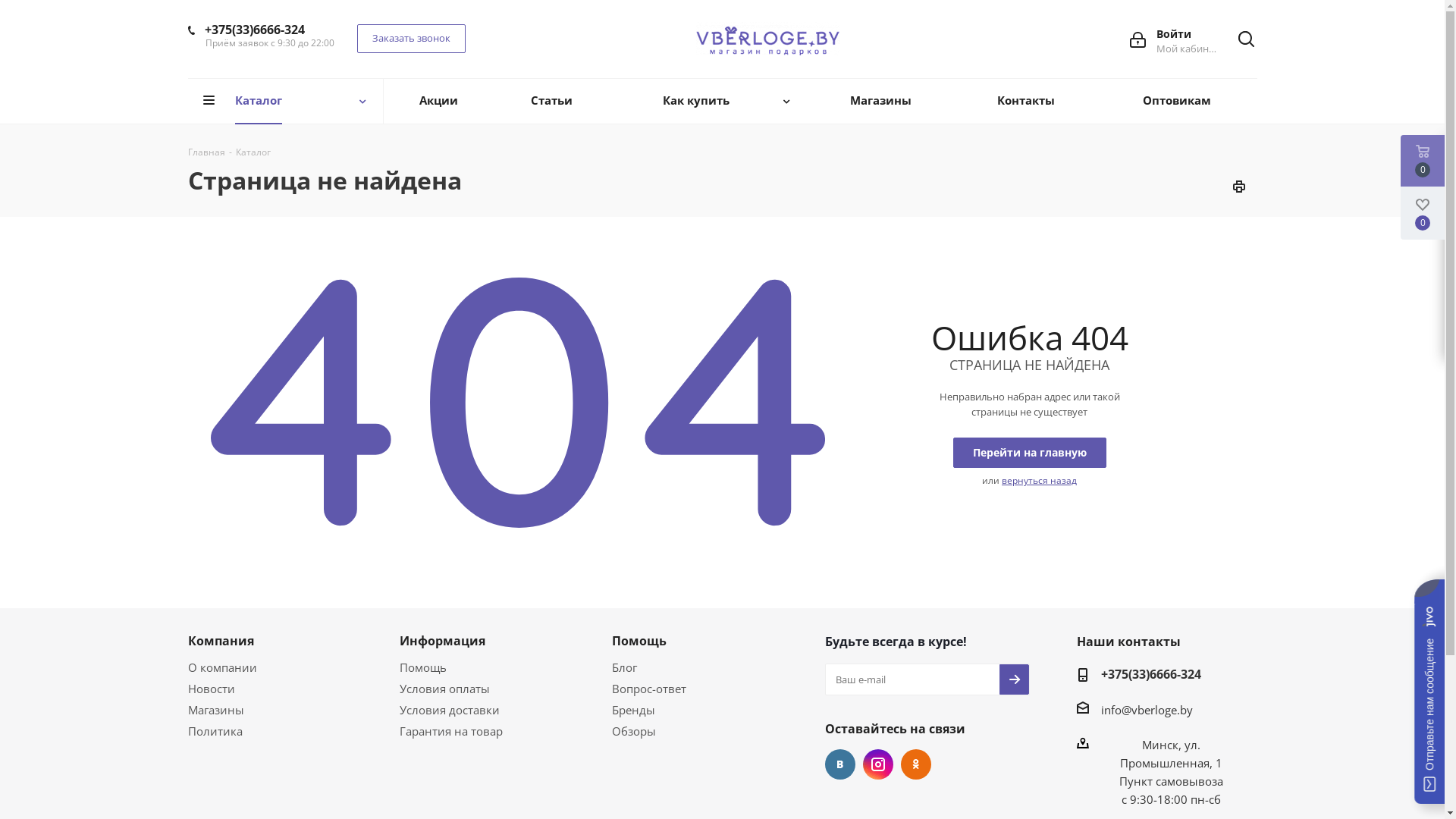 The width and height of the screenshot is (1456, 819). I want to click on 'info@vberloge.by', so click(1147, 710).